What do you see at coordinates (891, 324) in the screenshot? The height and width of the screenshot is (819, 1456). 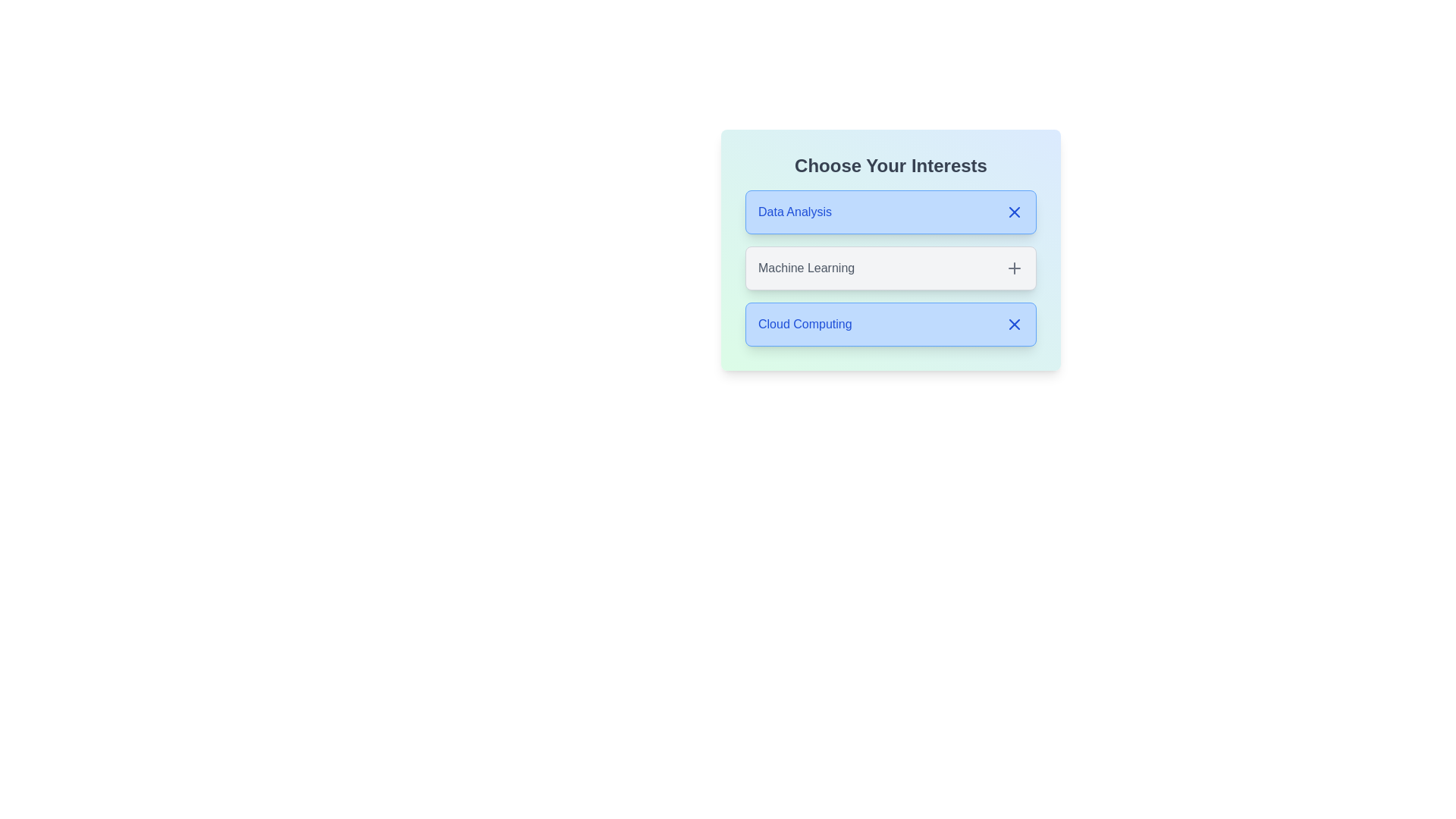 I see `the tag Cloud Computing by clicking on it` at bounding box center [891, 324].